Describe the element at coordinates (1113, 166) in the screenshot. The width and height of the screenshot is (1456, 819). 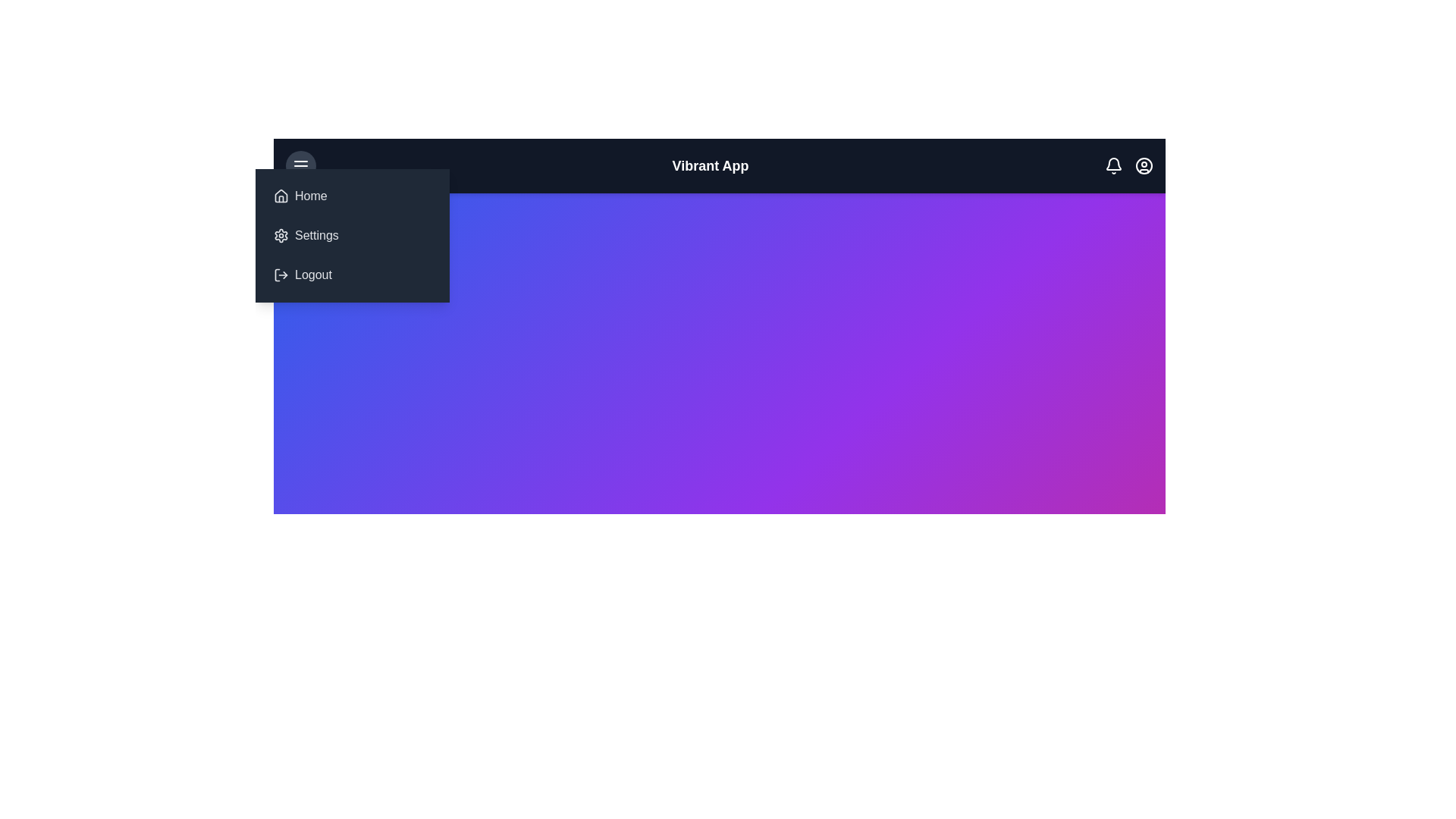
I see `the notification icon to view notifications` at that location.